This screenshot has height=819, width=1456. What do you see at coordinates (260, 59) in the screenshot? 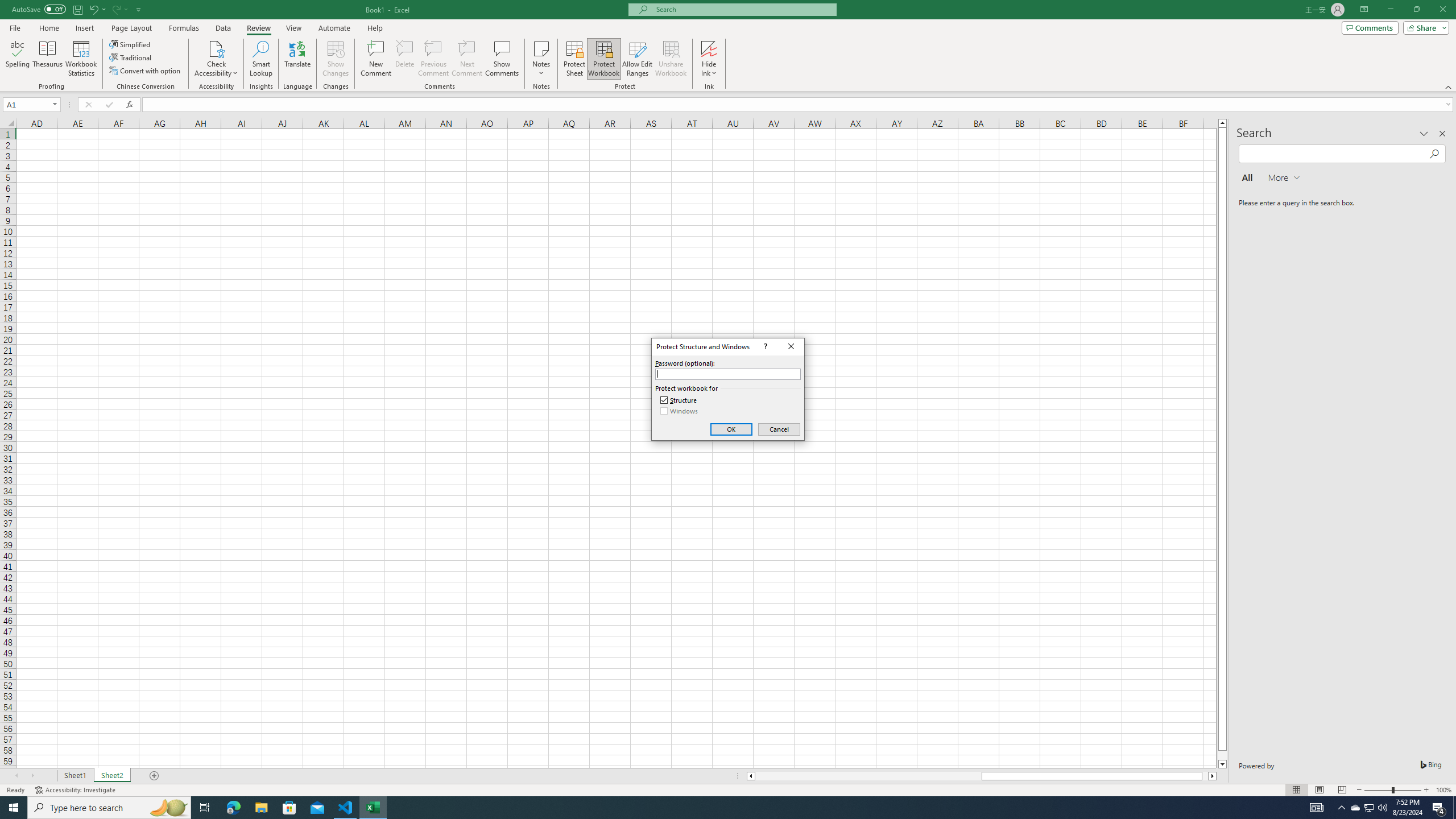
I see `'Smart Lookup'` at bounding box center [260, 59].